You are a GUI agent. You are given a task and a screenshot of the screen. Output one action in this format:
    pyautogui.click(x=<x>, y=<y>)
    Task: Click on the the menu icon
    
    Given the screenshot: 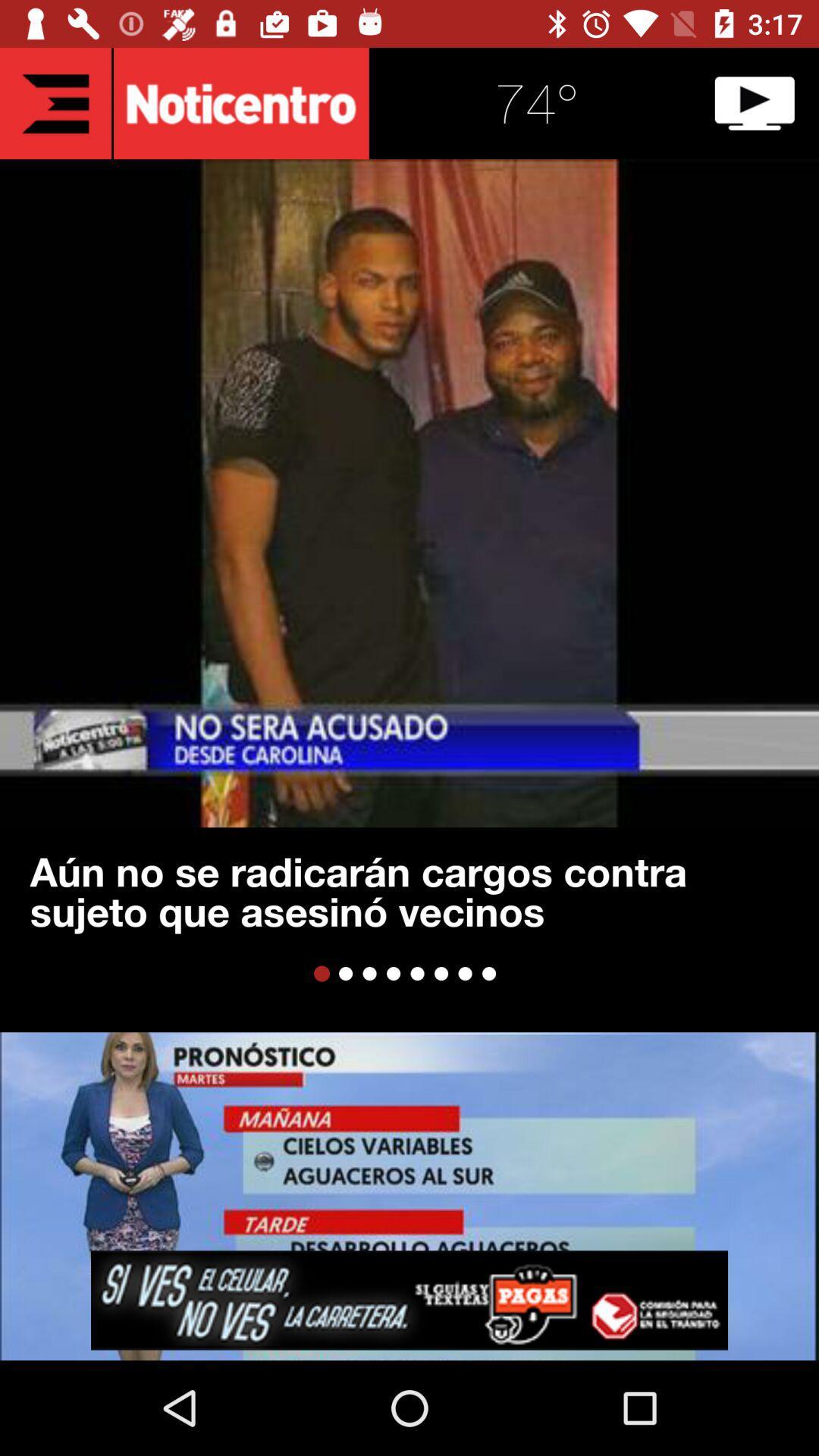 What is the action you would take?
    pyautogui.click(x=55, y=102)
    